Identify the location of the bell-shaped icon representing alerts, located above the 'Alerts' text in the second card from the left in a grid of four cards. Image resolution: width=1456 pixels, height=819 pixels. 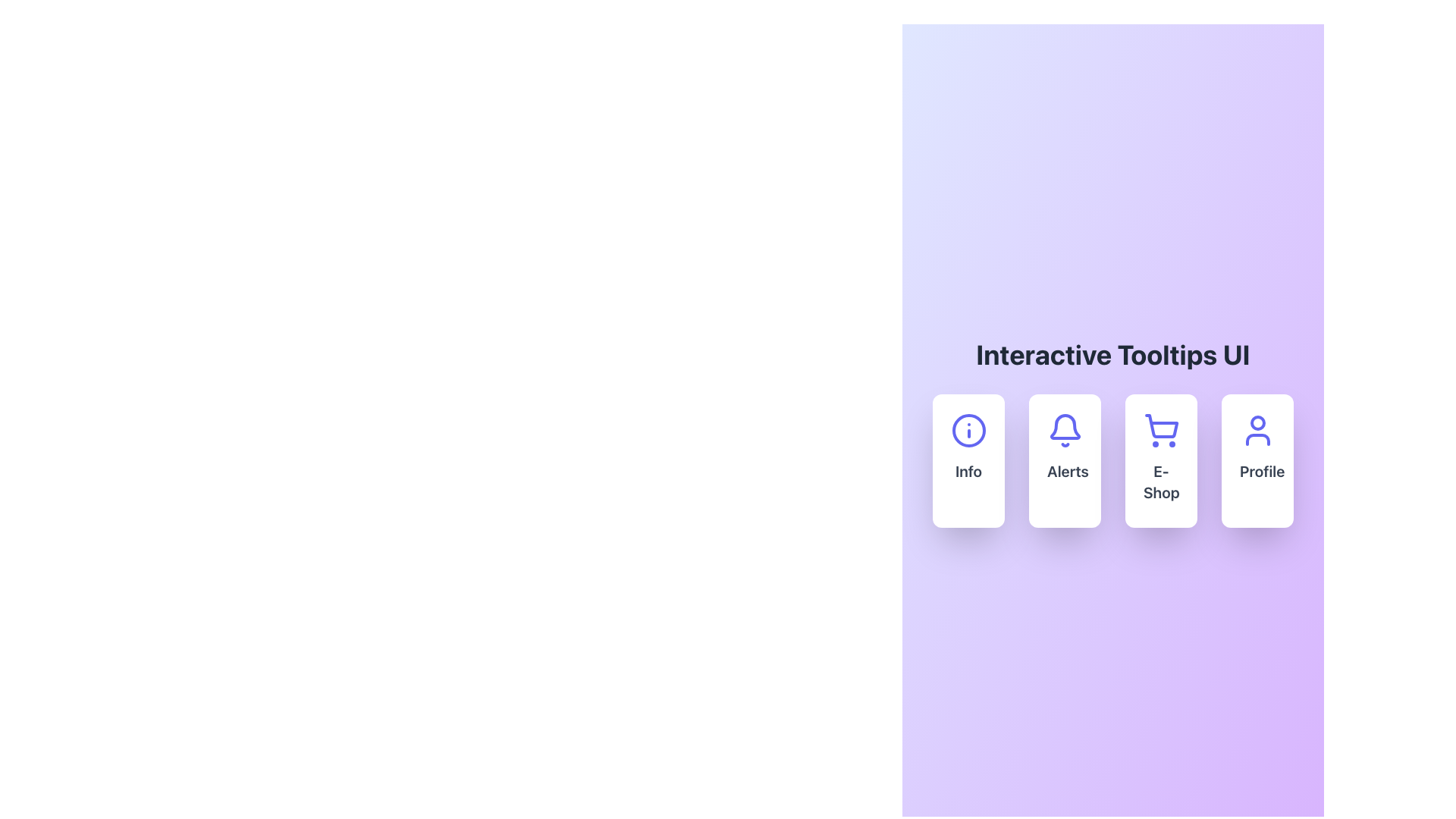
(1065, 430).